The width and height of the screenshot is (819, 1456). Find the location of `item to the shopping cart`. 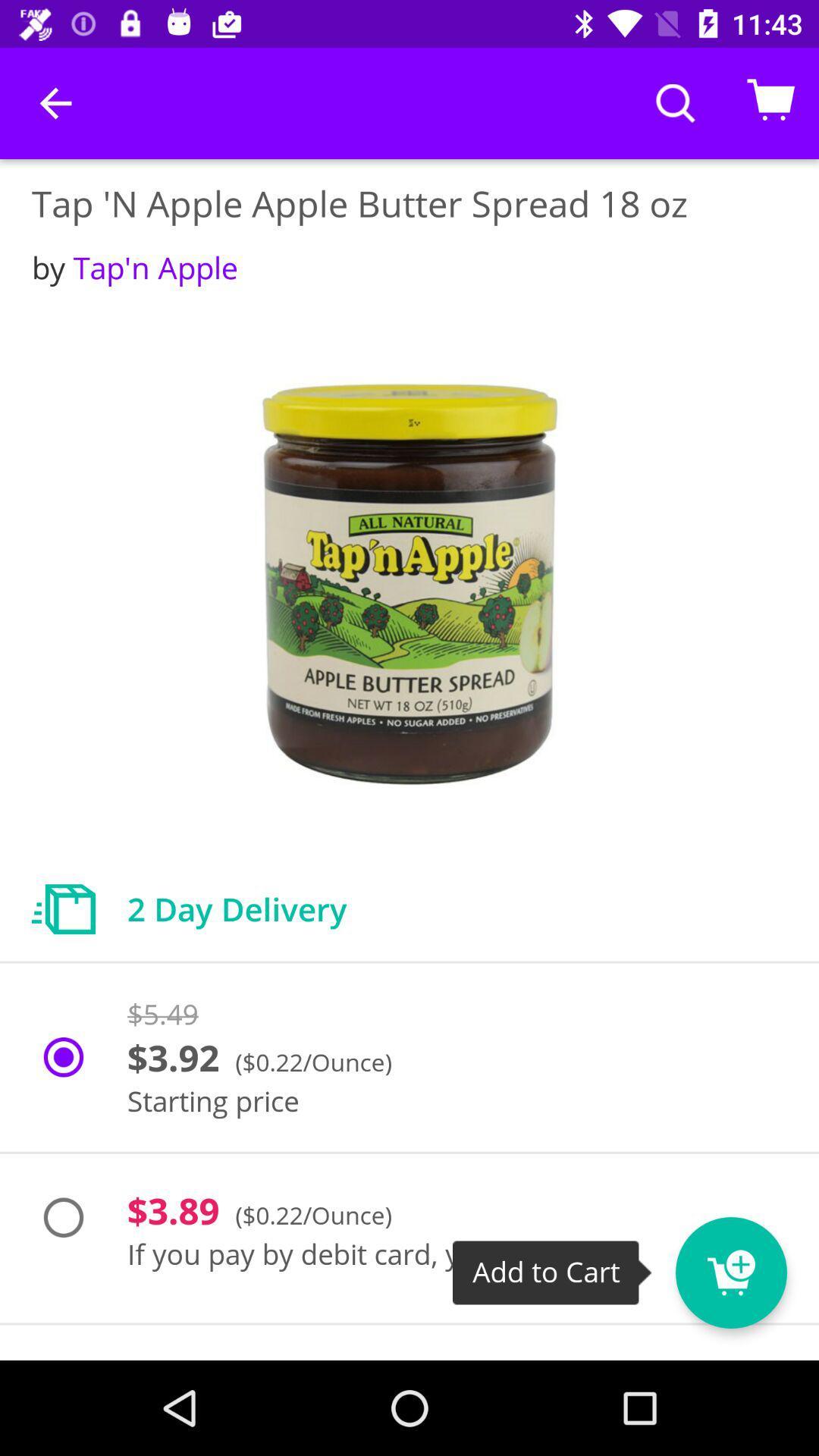

item to the shopping cart is located at coordinates (759, 1263).